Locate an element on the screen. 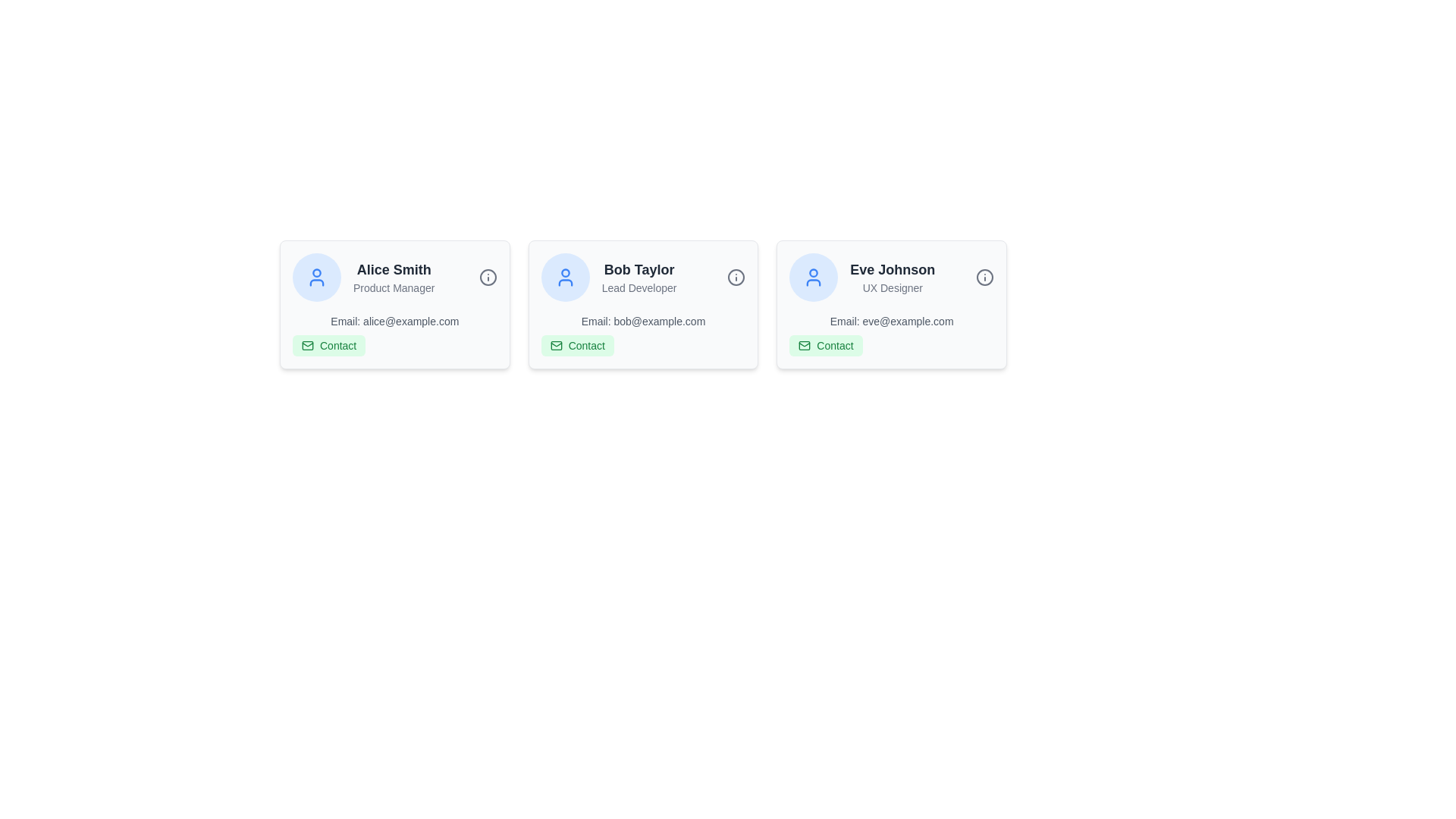  the 'Contact' button with a light green background and green text, located under the name 'Eve Johnson' and below the email address 'eve@example.com' is located at coordinates (825, 345).